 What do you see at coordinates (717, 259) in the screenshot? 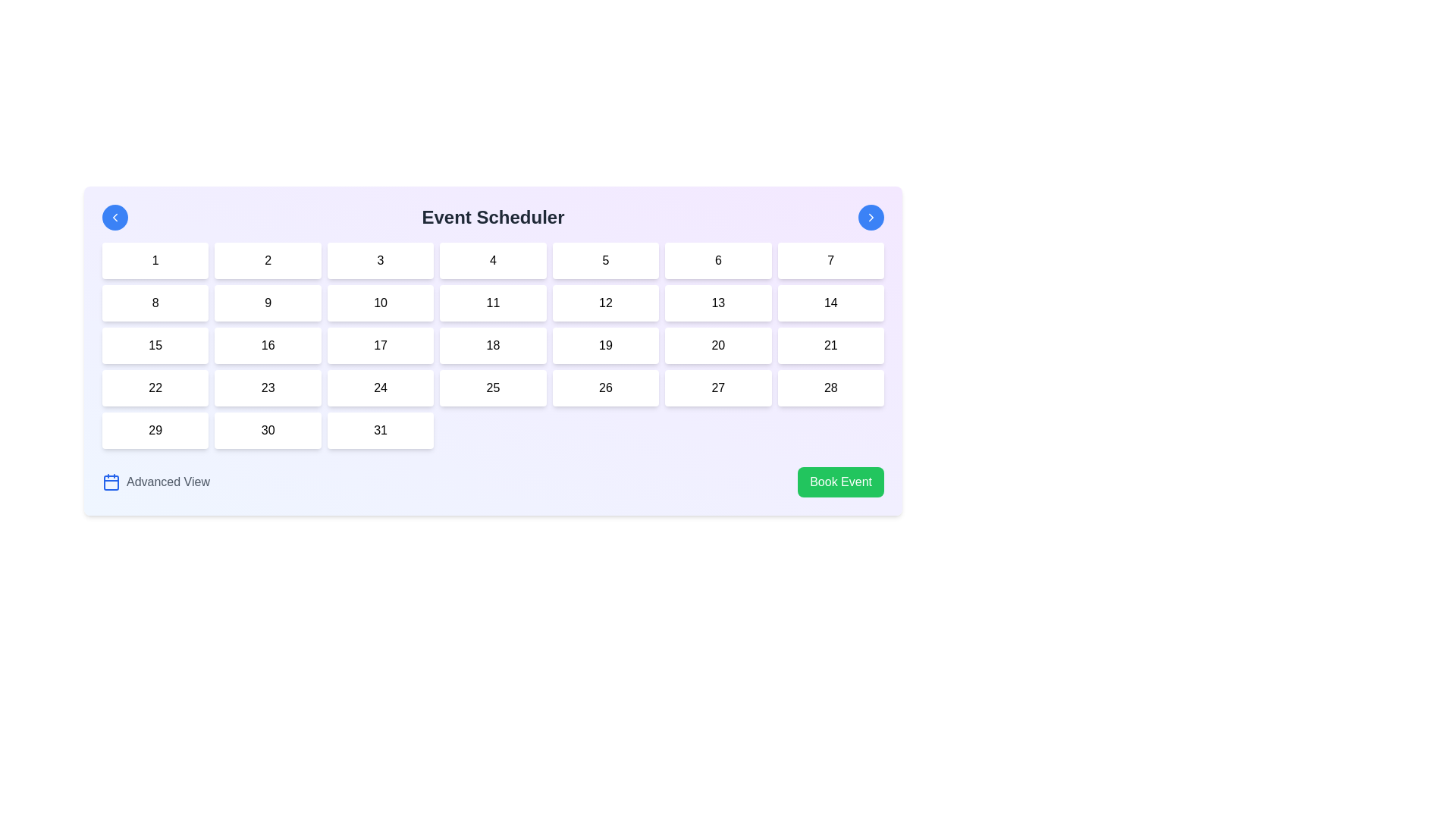
I see `the button representing the number '6' in the first row of the grid` at bounding box center [717, 259].